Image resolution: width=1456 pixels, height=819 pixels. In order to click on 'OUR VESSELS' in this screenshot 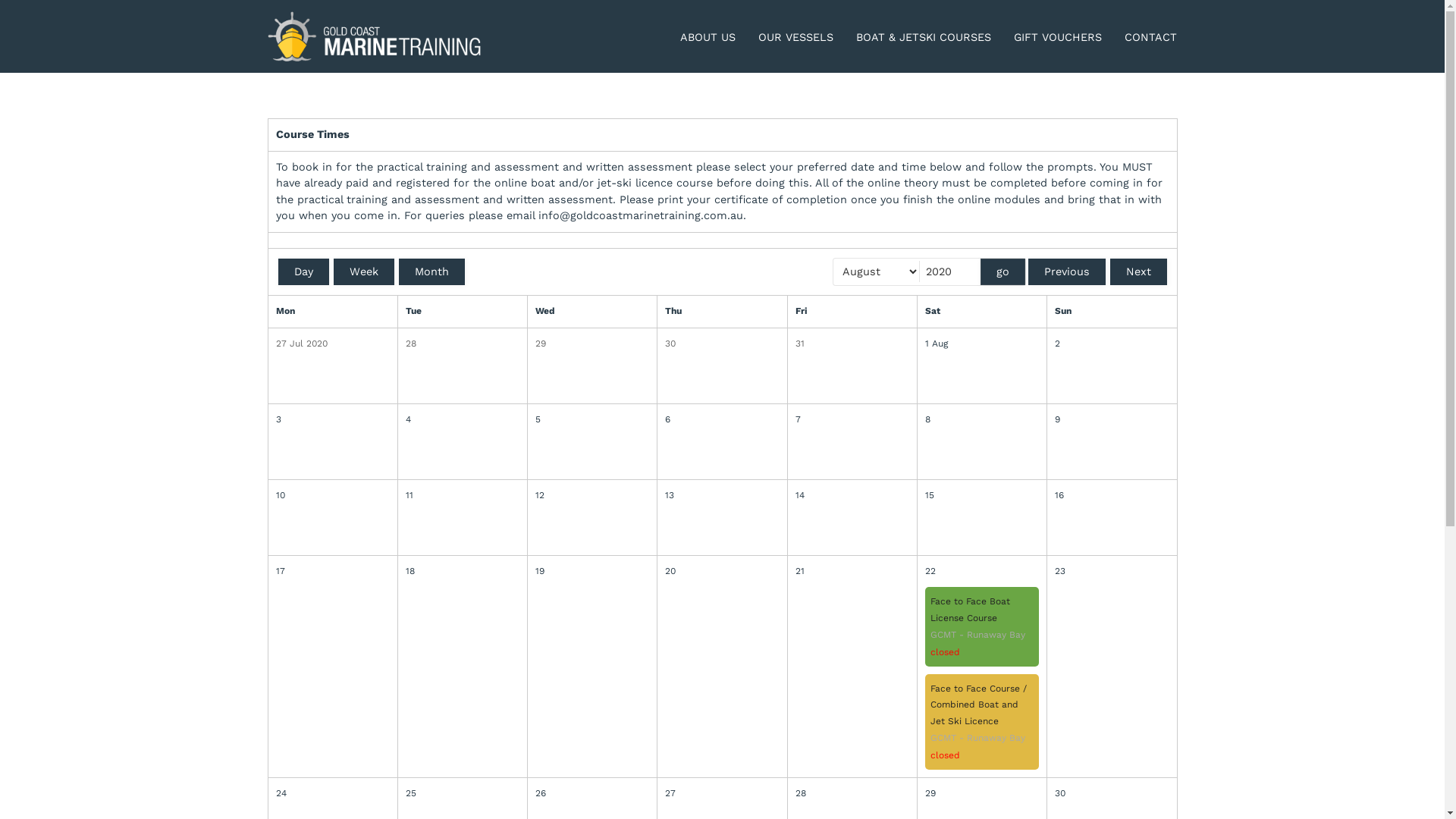, I will do `click(758, 37)`.